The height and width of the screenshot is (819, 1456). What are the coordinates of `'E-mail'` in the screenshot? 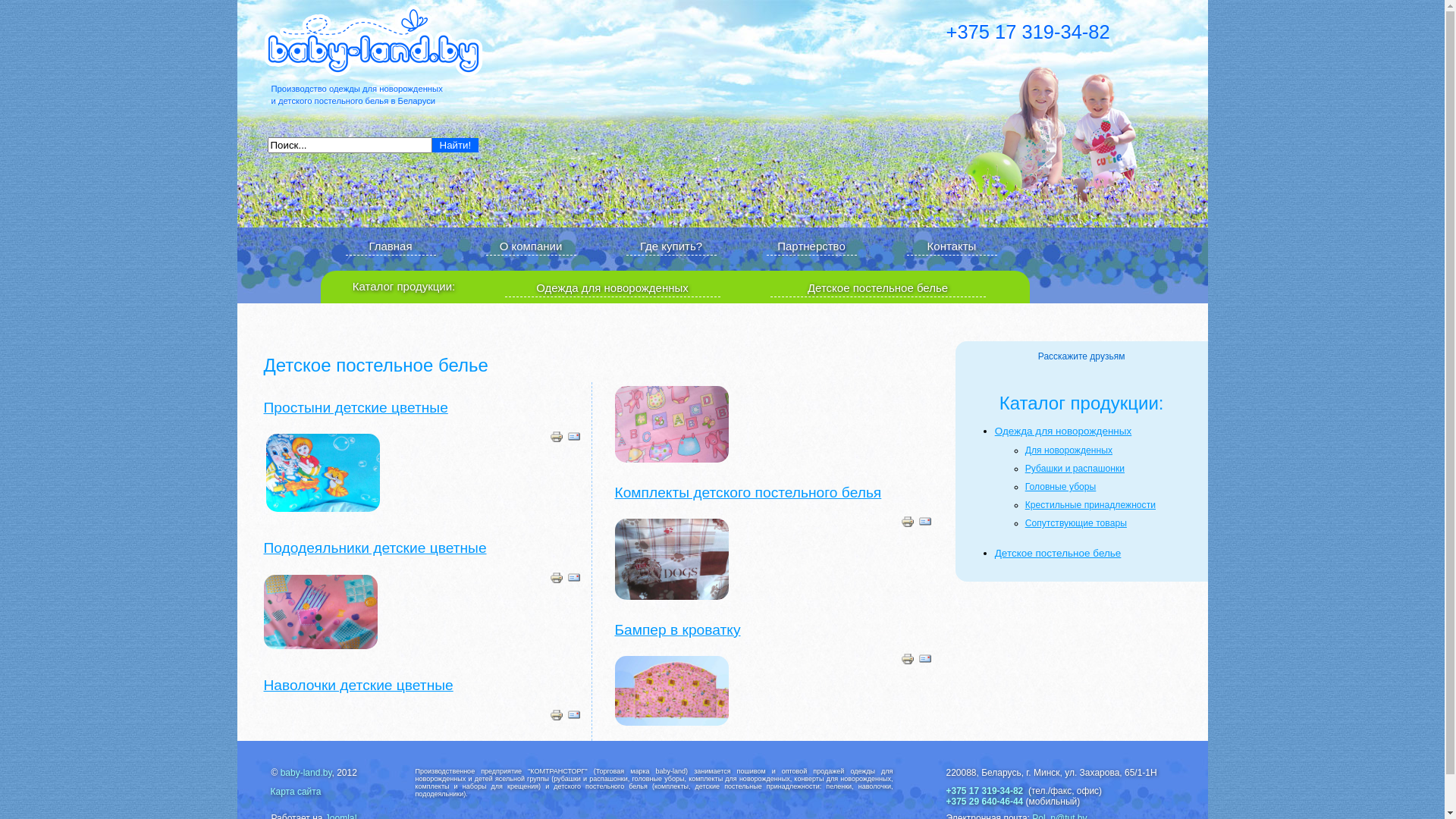 It's located at (924, 526).